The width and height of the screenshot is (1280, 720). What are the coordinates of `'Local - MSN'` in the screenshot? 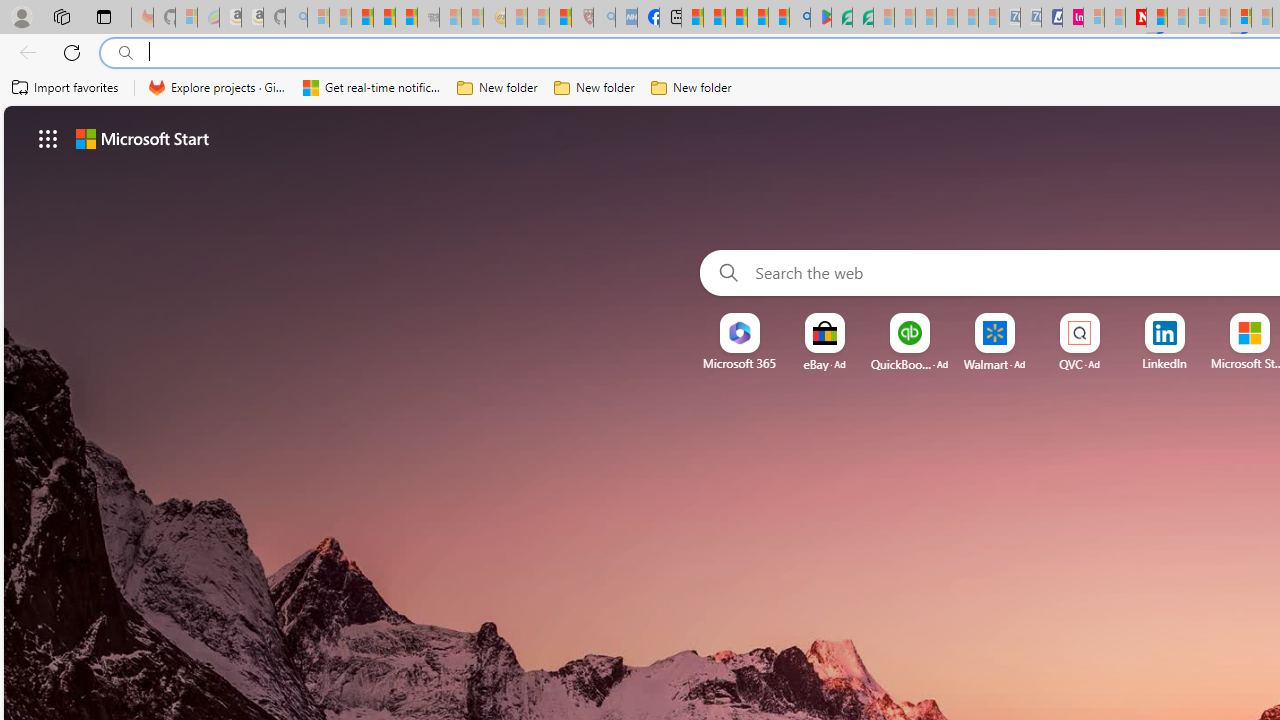 It's located at (560, 17).